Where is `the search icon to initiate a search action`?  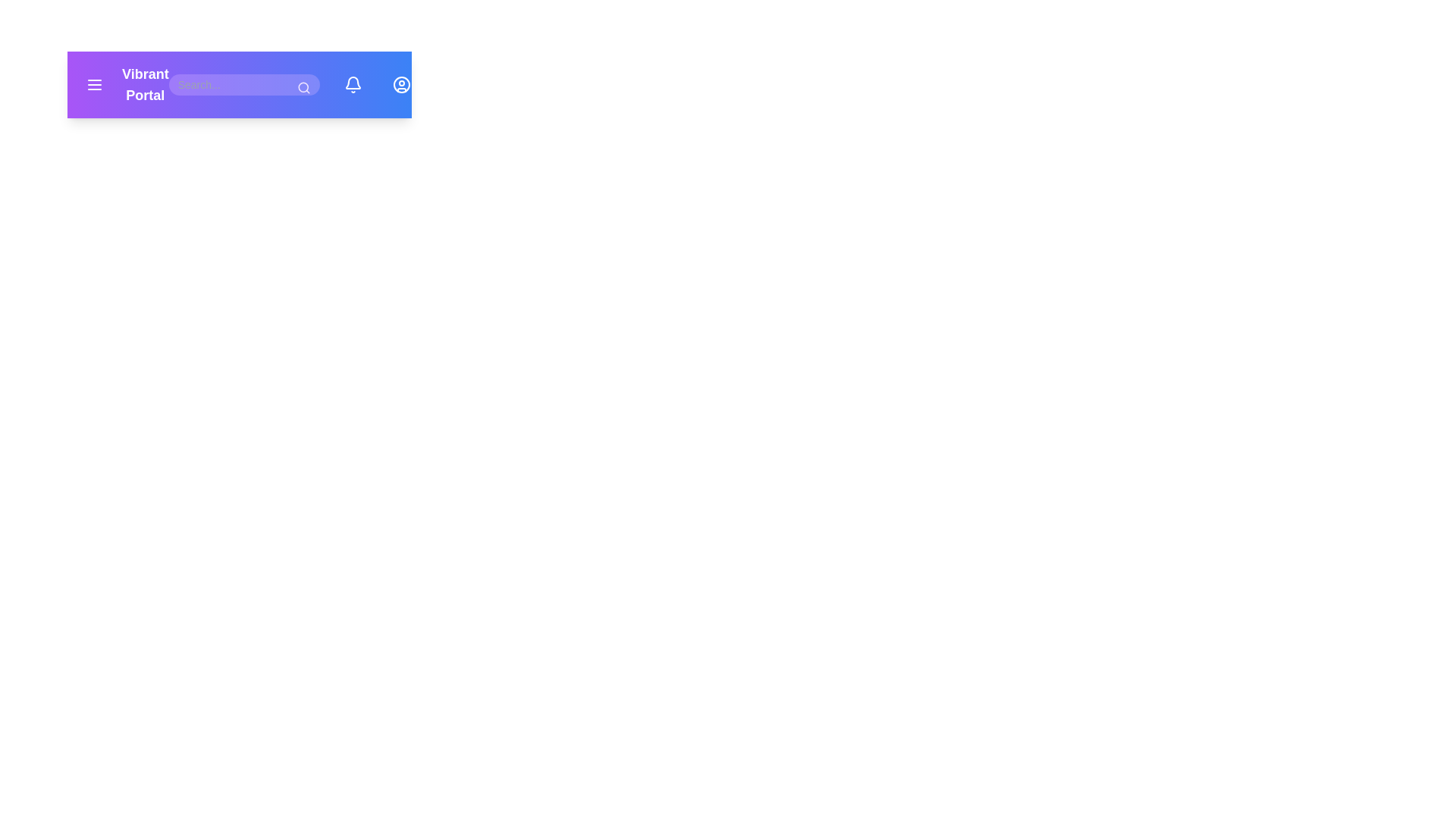 the search icon to initiate a search action is located at coordinates (303, 87).